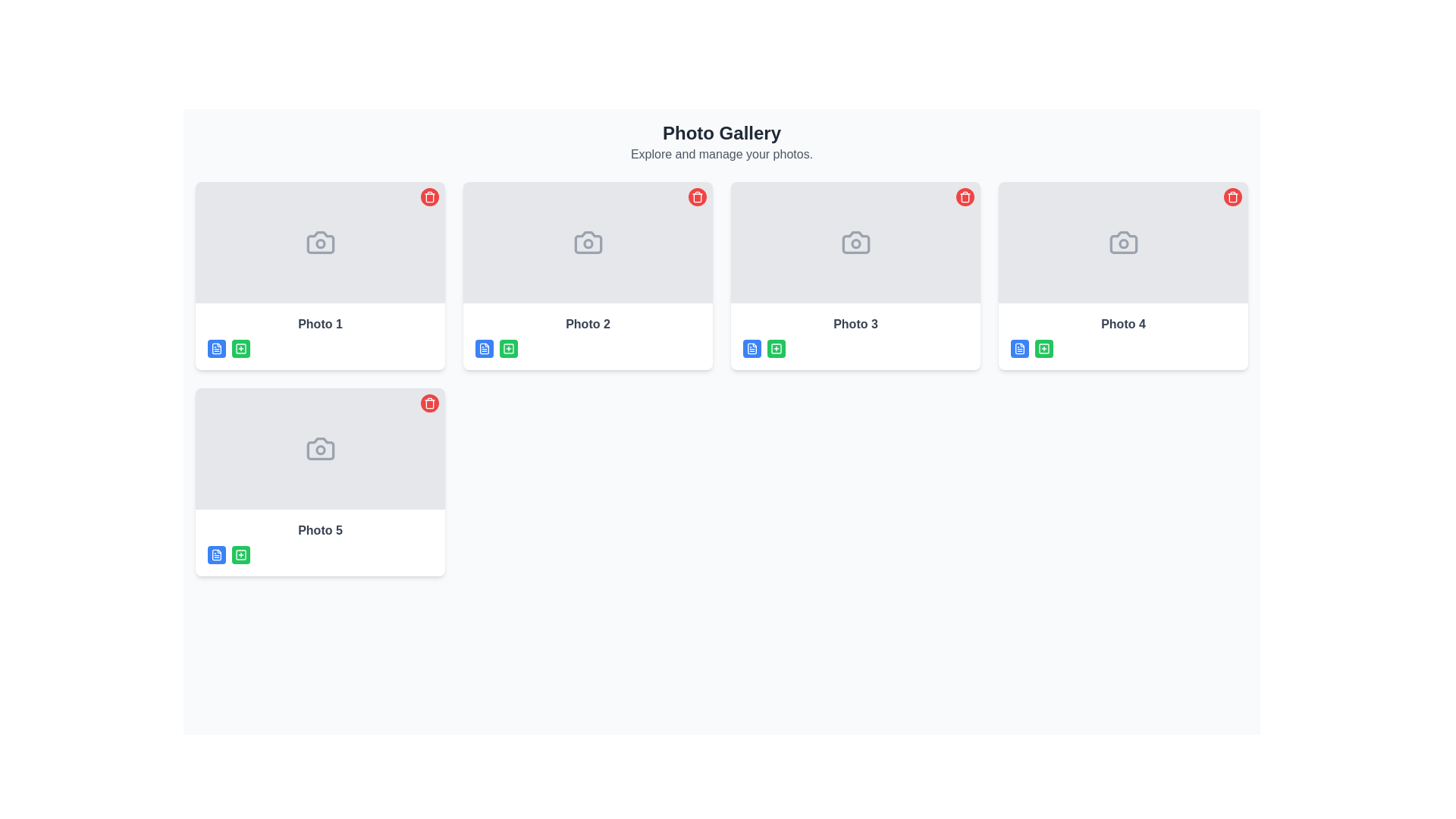 Image resolution: width=1456 pixels, height=819 pixels. Describe the element at coordinates (319, 449) in the screenshot. I see `the small decorative circular shape located at the center of the camera icon within the 'Photo 5' card in the 'Photo Gallery' section` at that location.